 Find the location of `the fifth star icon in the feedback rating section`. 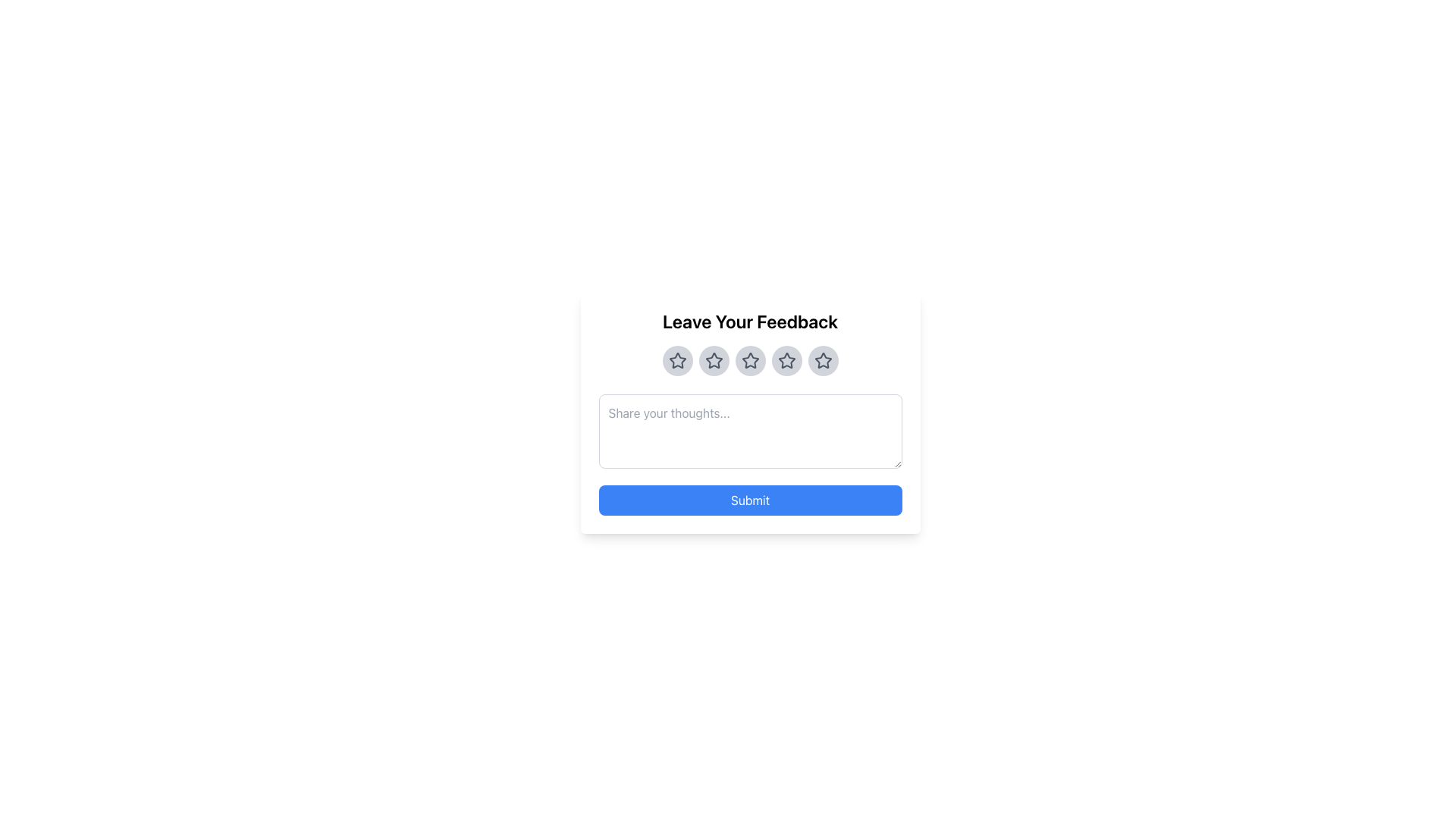

the fifth star icon in the feedback rating section is located at coordinates (822, 360).